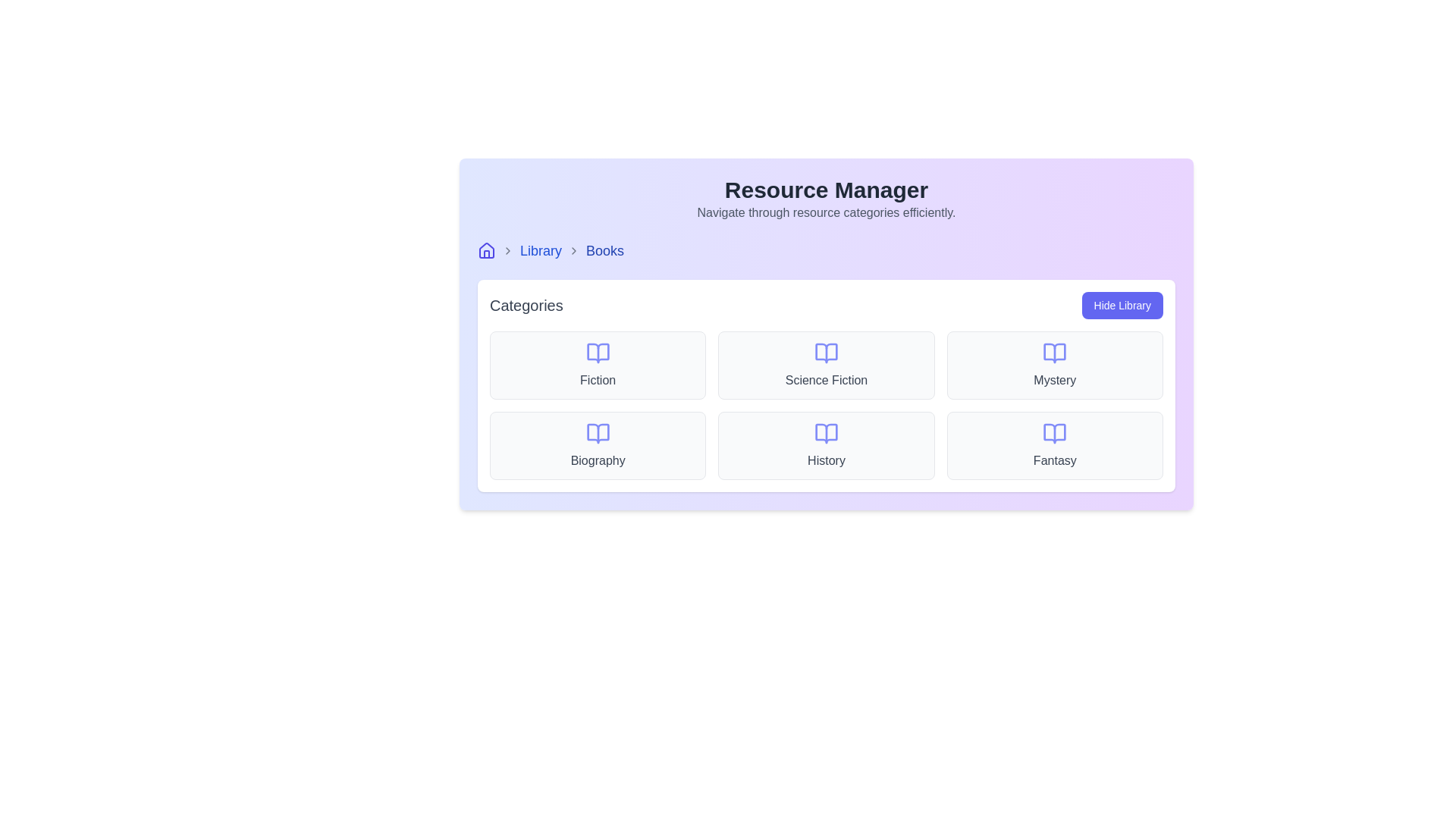  What do you see at coordinates (825, 366) in the screenshot?
I see `the 'Science Fiction' button, which is a rectangular box with a light gray background, an indigo open book icon at the top center, and 'Science Fiction' text in medium gray below the icon` at bounding box center [825, 366].